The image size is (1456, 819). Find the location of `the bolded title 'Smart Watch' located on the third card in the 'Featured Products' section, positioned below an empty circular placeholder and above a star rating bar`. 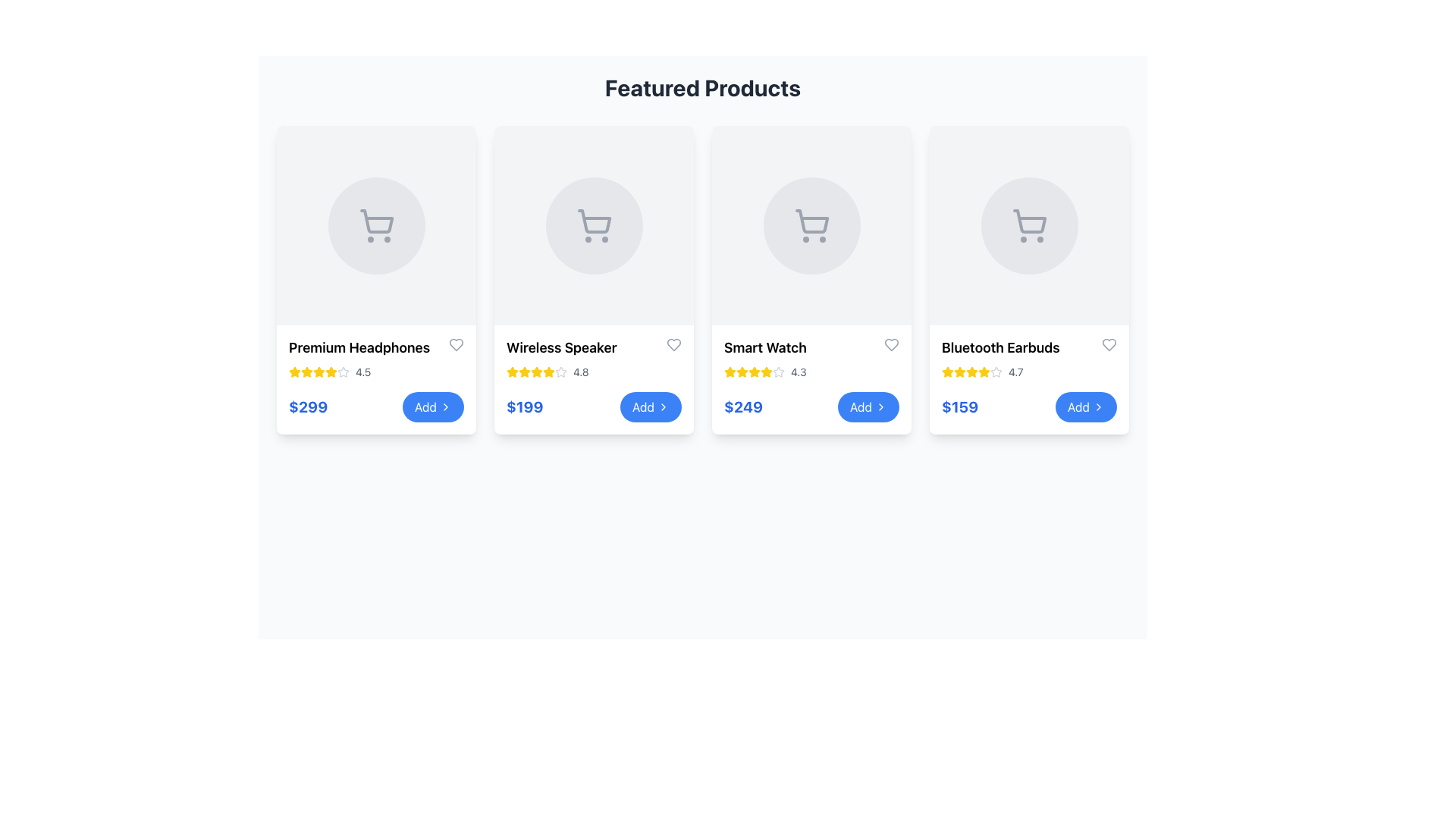

the bolded title 'Smart Watch' located on the third card in the 'Featured Products' section, positioned below an empty circular placeholder and above a star rating bar is located at coordinates (765, 348).